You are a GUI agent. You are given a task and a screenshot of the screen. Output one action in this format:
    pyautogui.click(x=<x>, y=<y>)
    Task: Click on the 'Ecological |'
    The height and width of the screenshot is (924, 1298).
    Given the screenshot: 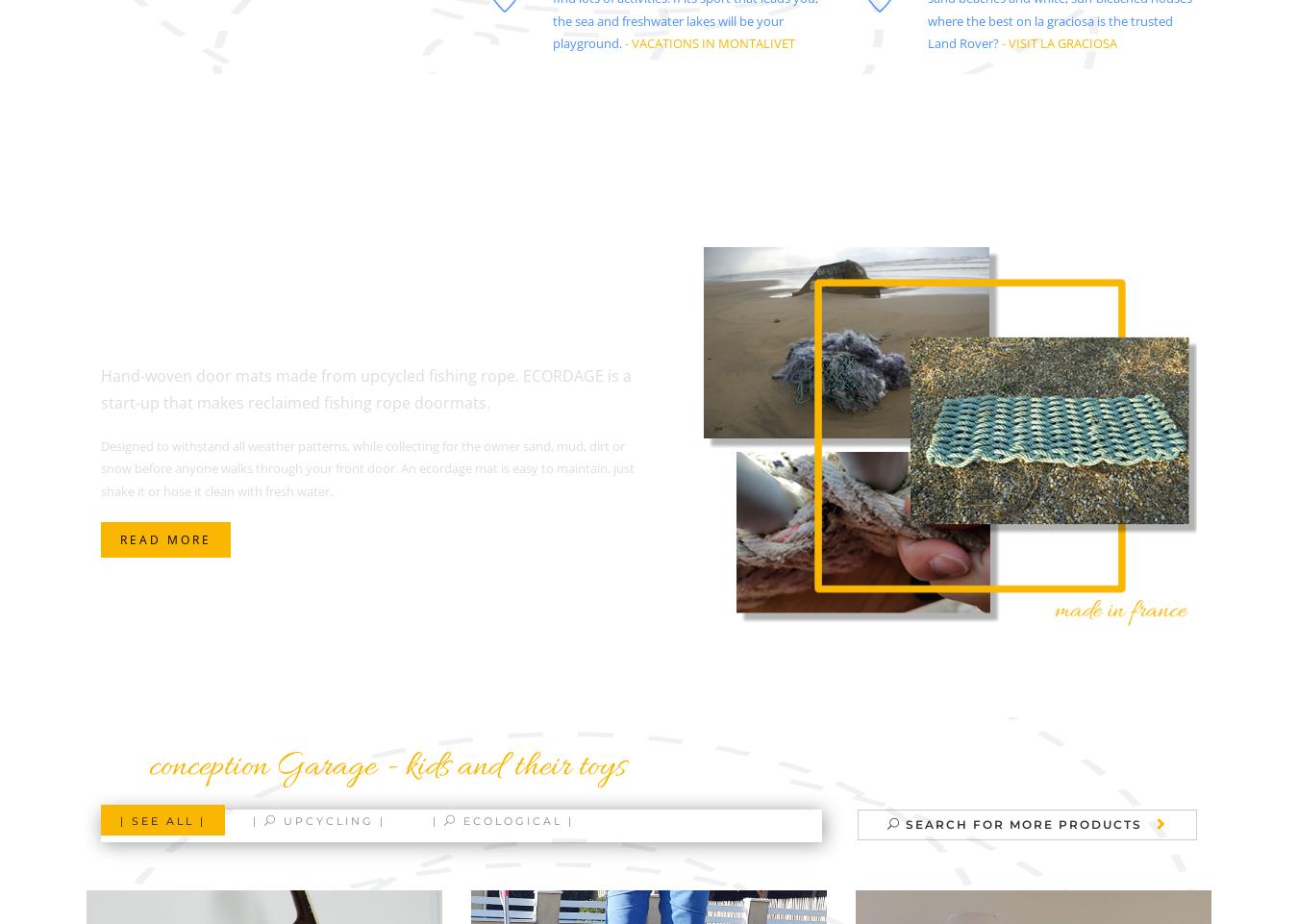 What is the action you would take?
    pyautogui.click(x=514, y=819)
    